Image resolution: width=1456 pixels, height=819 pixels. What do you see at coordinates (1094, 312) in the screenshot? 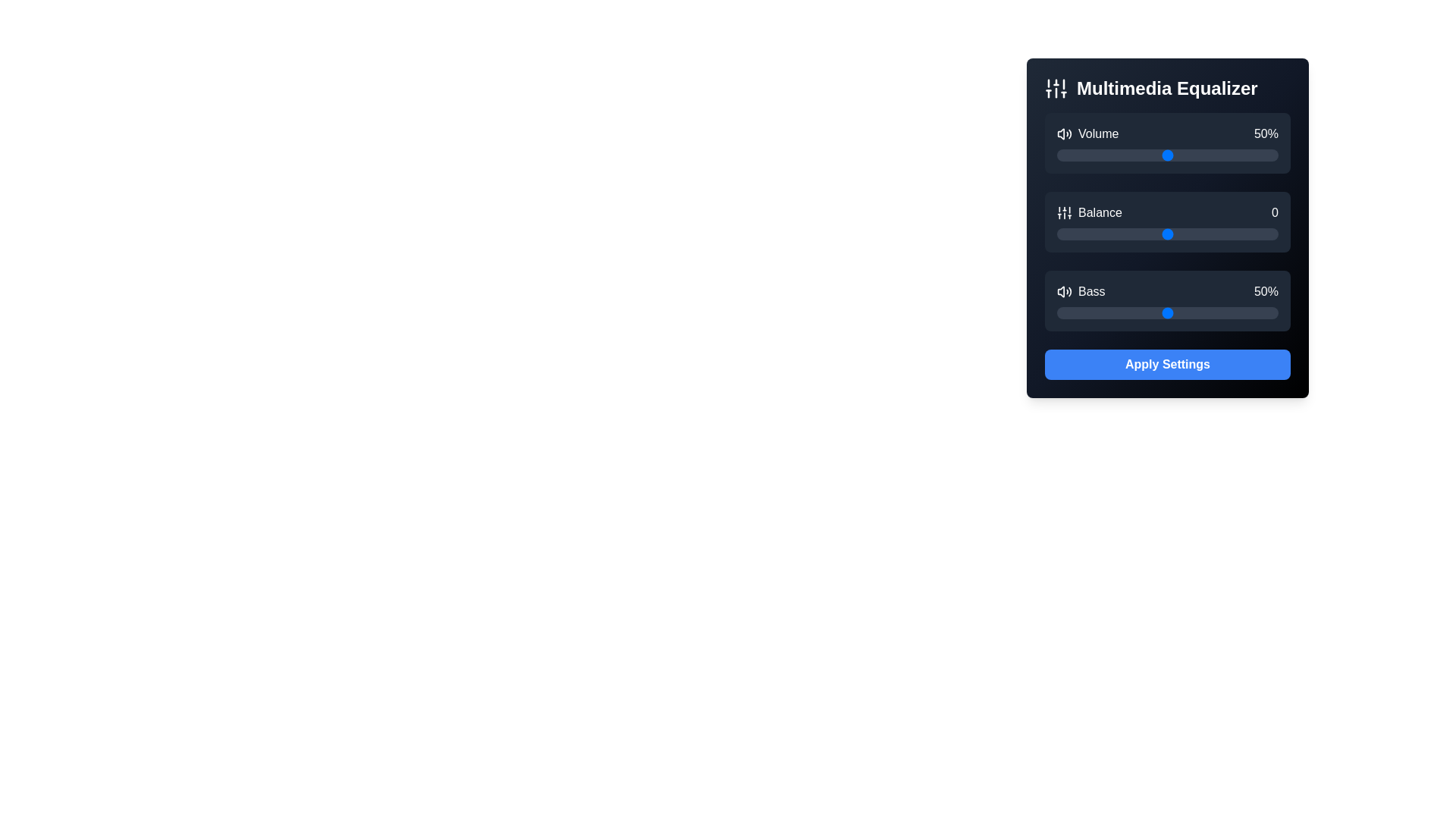
I see `the bass level` at bounding box center [1094, 312].